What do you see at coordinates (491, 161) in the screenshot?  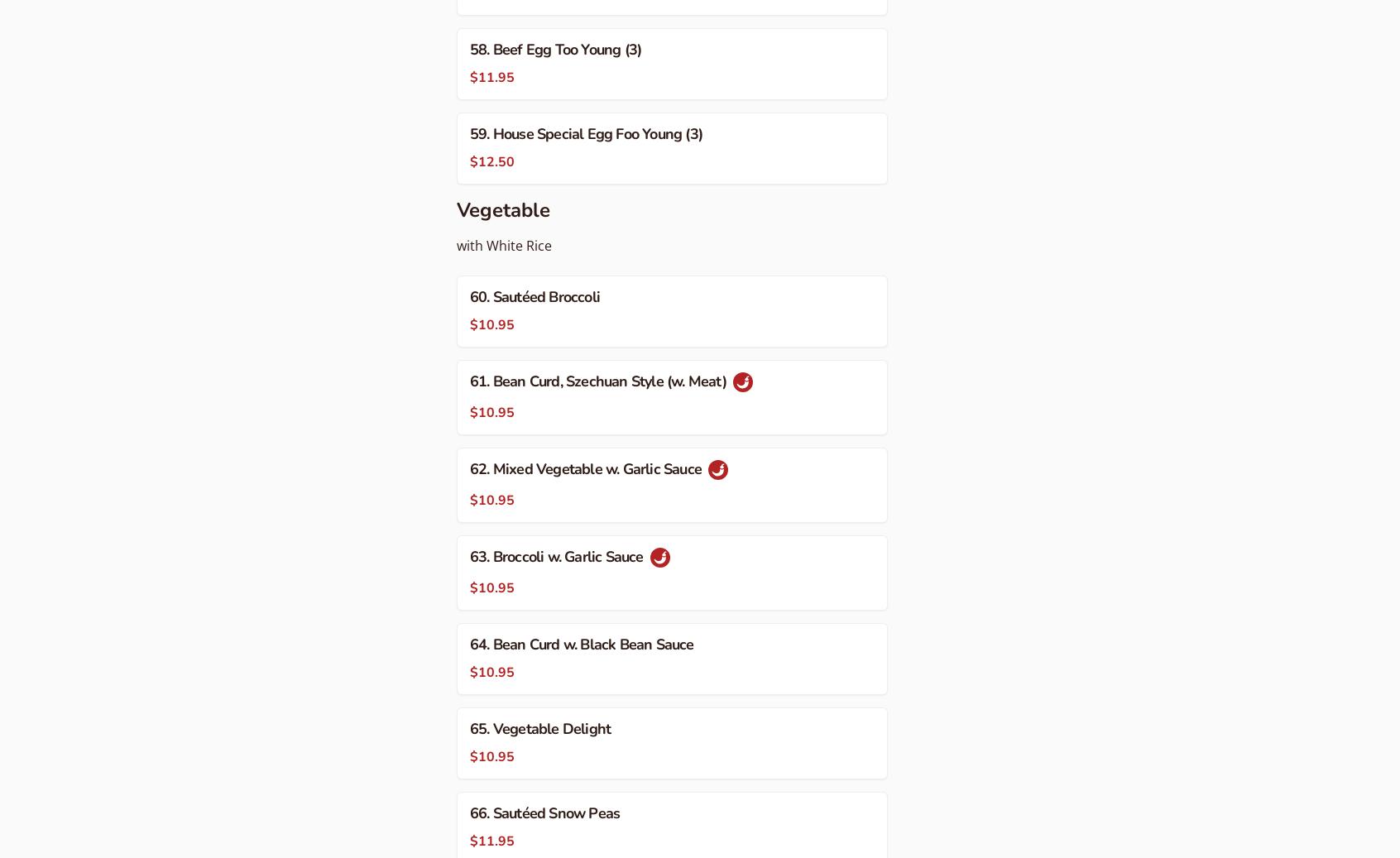 I see `'$12.50'` at bounding box center [491, 161].